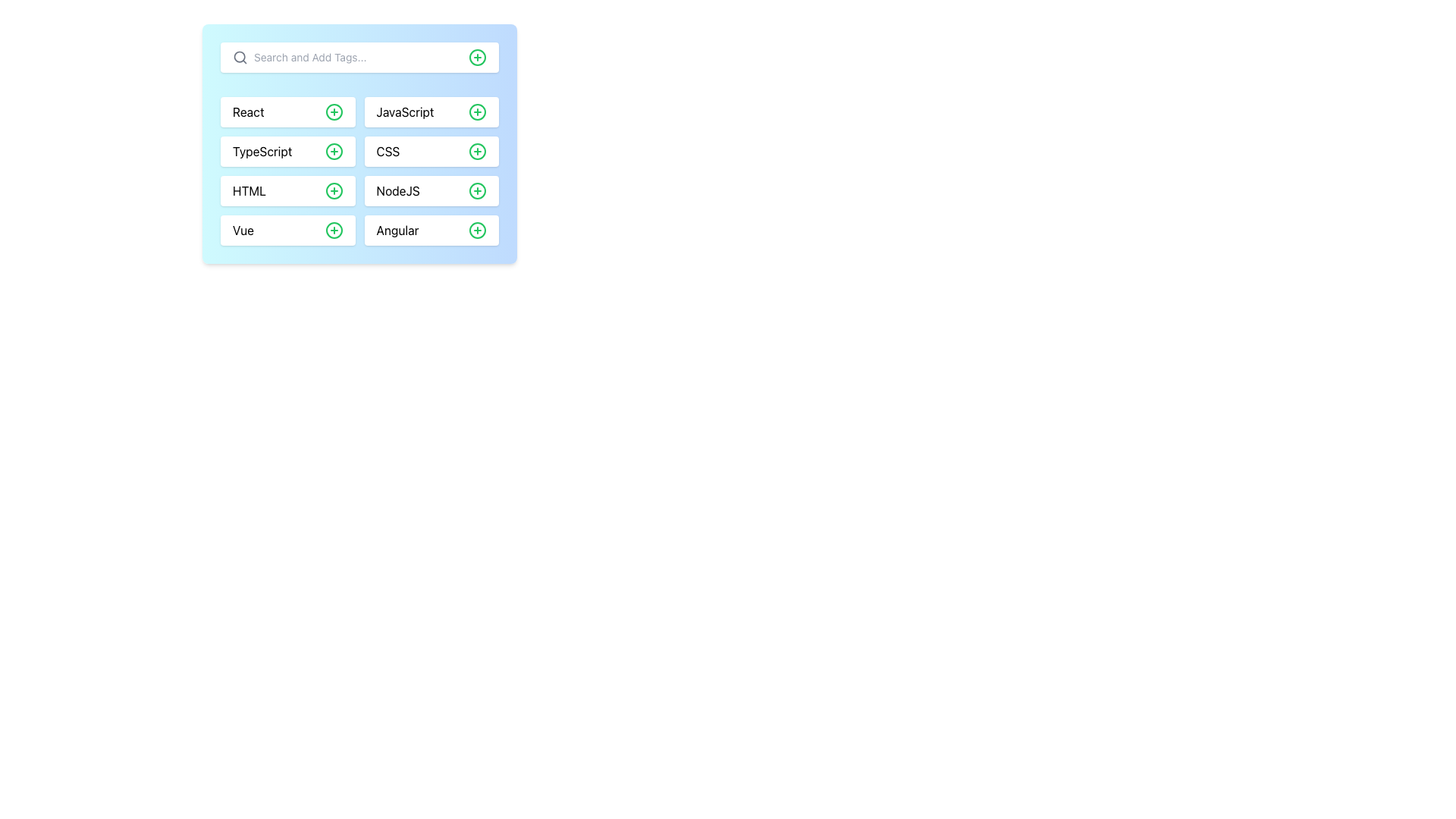 This screenshot has width=1456, height=819. Describe the element at coordinates (287, 152) in the screenshot. I see `the 'TypeScript' button located in the second row, first column of the button grid` at that location.